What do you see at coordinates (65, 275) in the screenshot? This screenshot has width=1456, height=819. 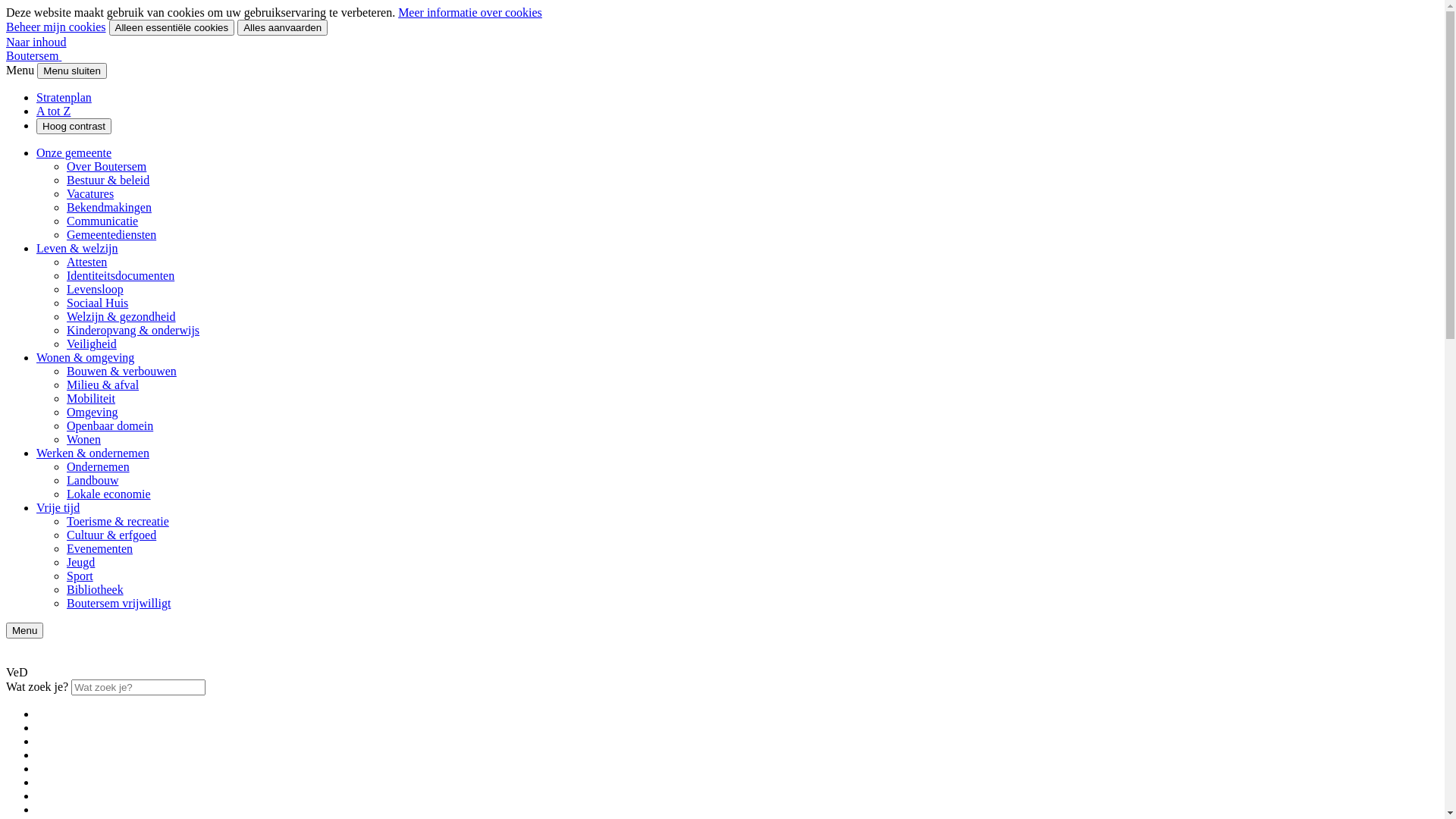 I see `'Identiteitsdocumenten'` at bounding box center [65, 275].